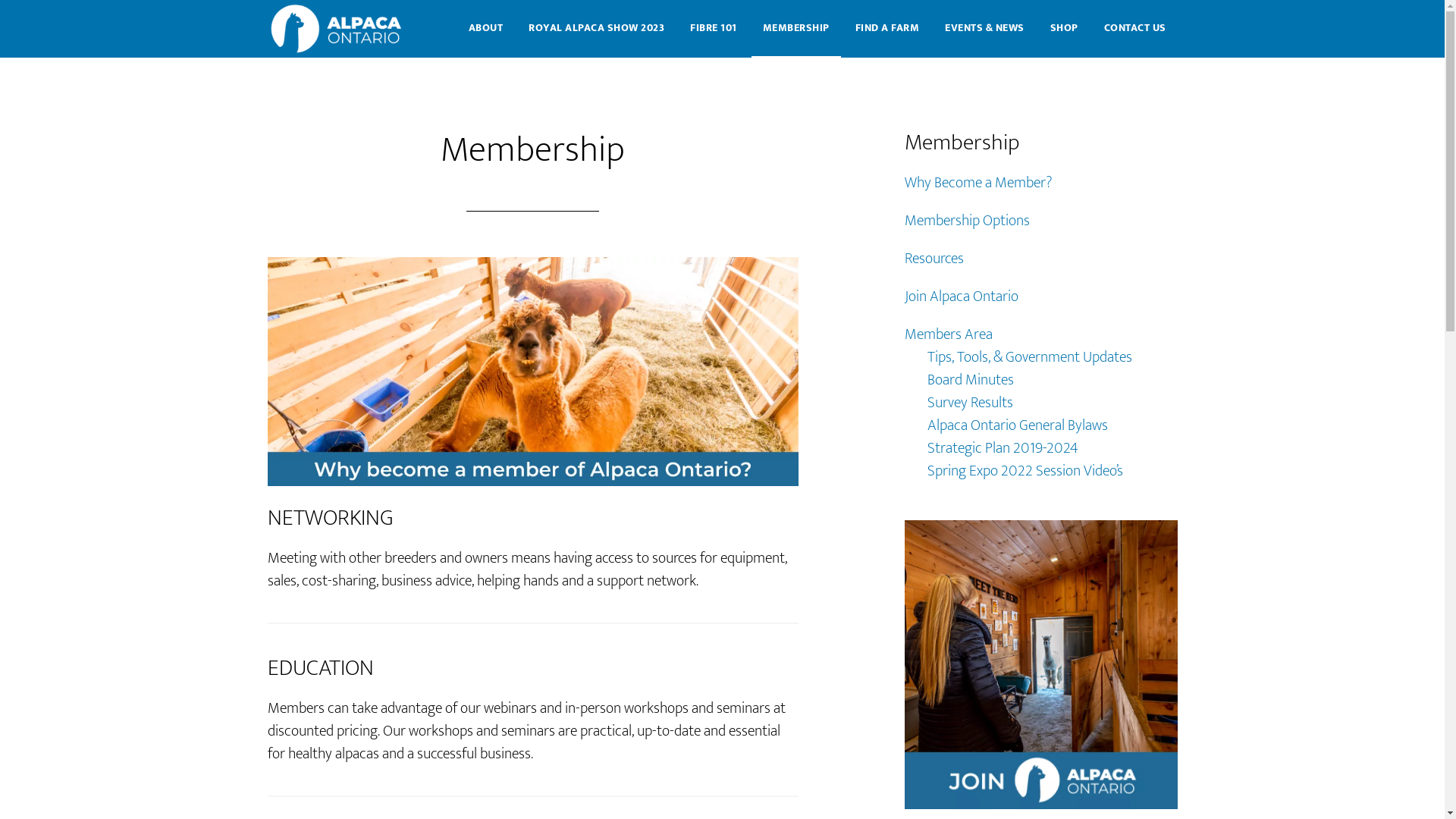 The image size is (1456, 819). I want to click on 'Skip to main content', so click(0, 0).